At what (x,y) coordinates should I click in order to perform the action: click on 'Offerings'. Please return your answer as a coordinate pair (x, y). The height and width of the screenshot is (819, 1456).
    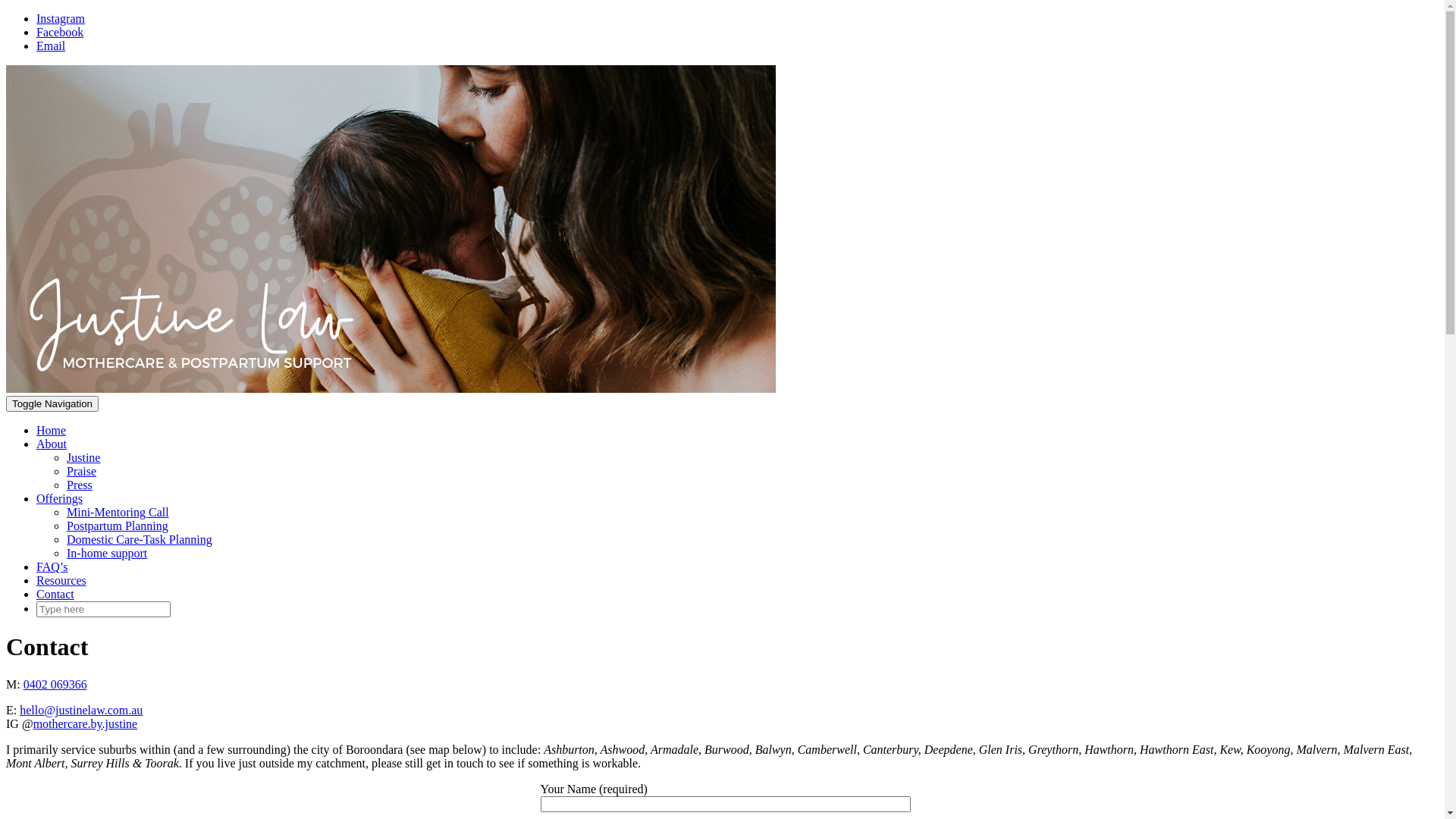
    Looking at the image, I should click on (59, 498).